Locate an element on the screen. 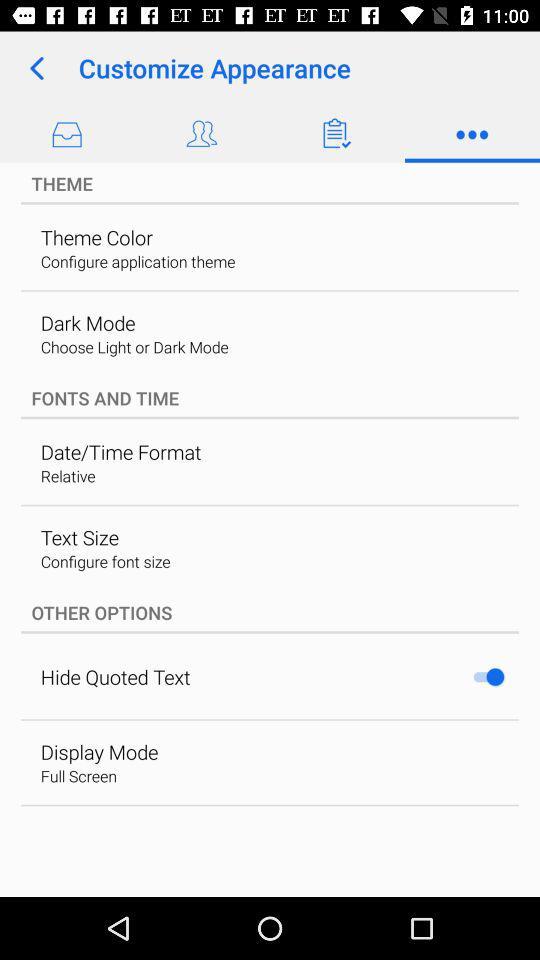 The width and height of the screenshot is (540, 960). item below the dark mode is located at coordinates (134, 347).